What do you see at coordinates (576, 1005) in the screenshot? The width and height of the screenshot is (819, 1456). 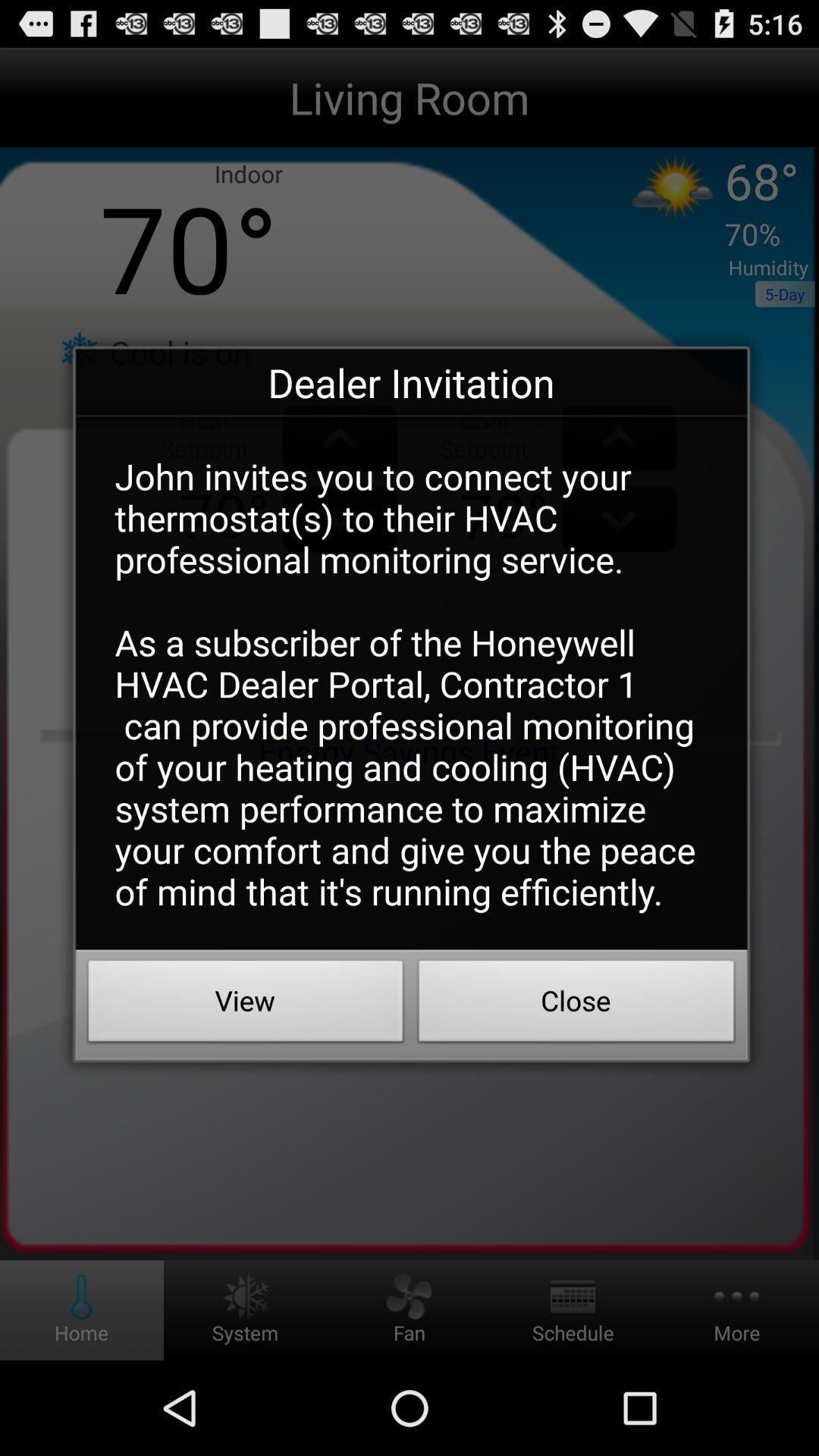 I see `the item next to the view` at bounding box center [576, 1005].